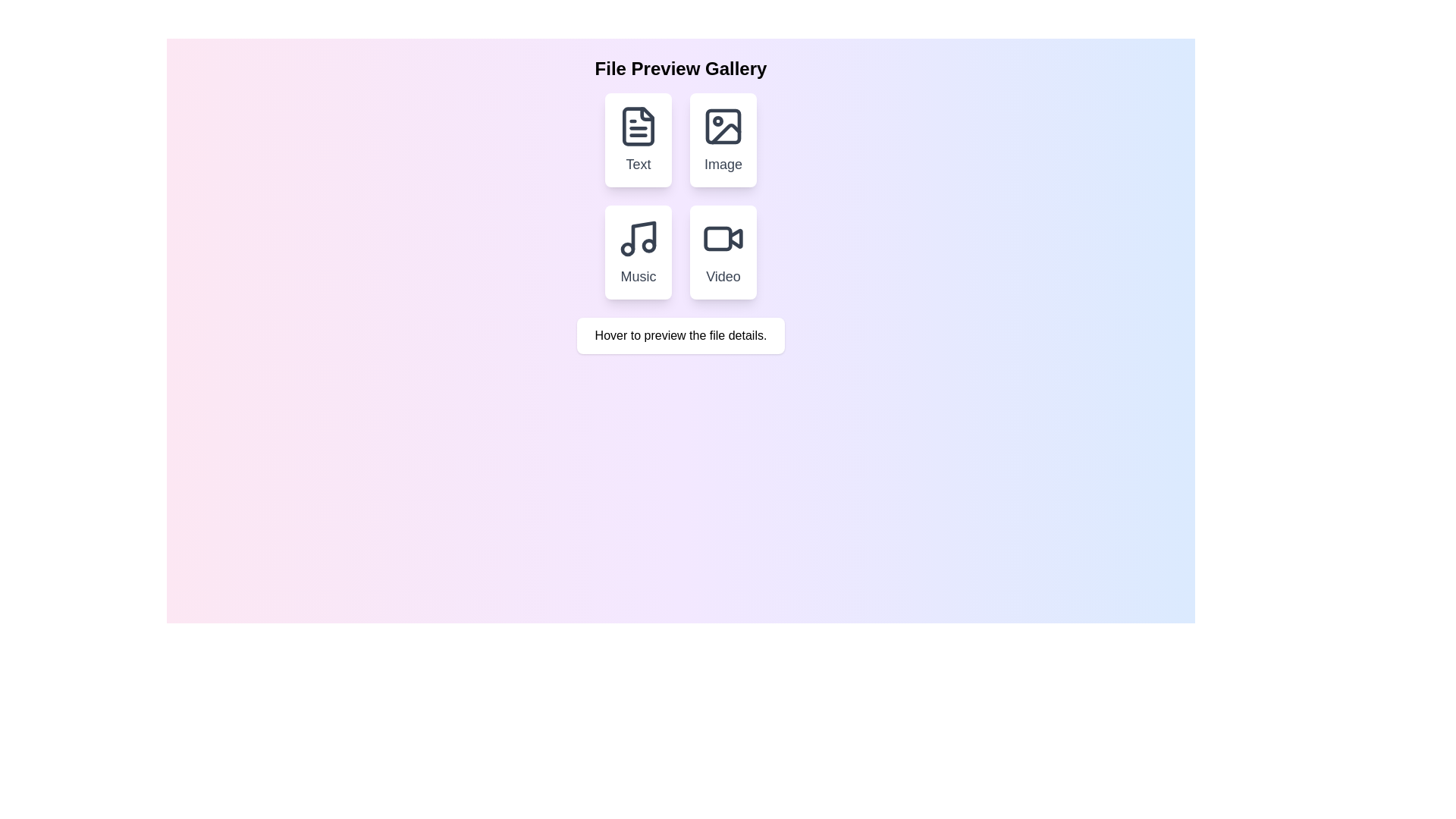 The width and height of the screenshot is (1456, 819). Describe the element at coordinates (723, 140) in the screenshot. I see `the 'Image' card, which features a rounded rectangular shape with a white background, an icon of a landscape at the top, and the label 'Image' in gray font below the icon, located in the top-right corner of the grid` at that location.